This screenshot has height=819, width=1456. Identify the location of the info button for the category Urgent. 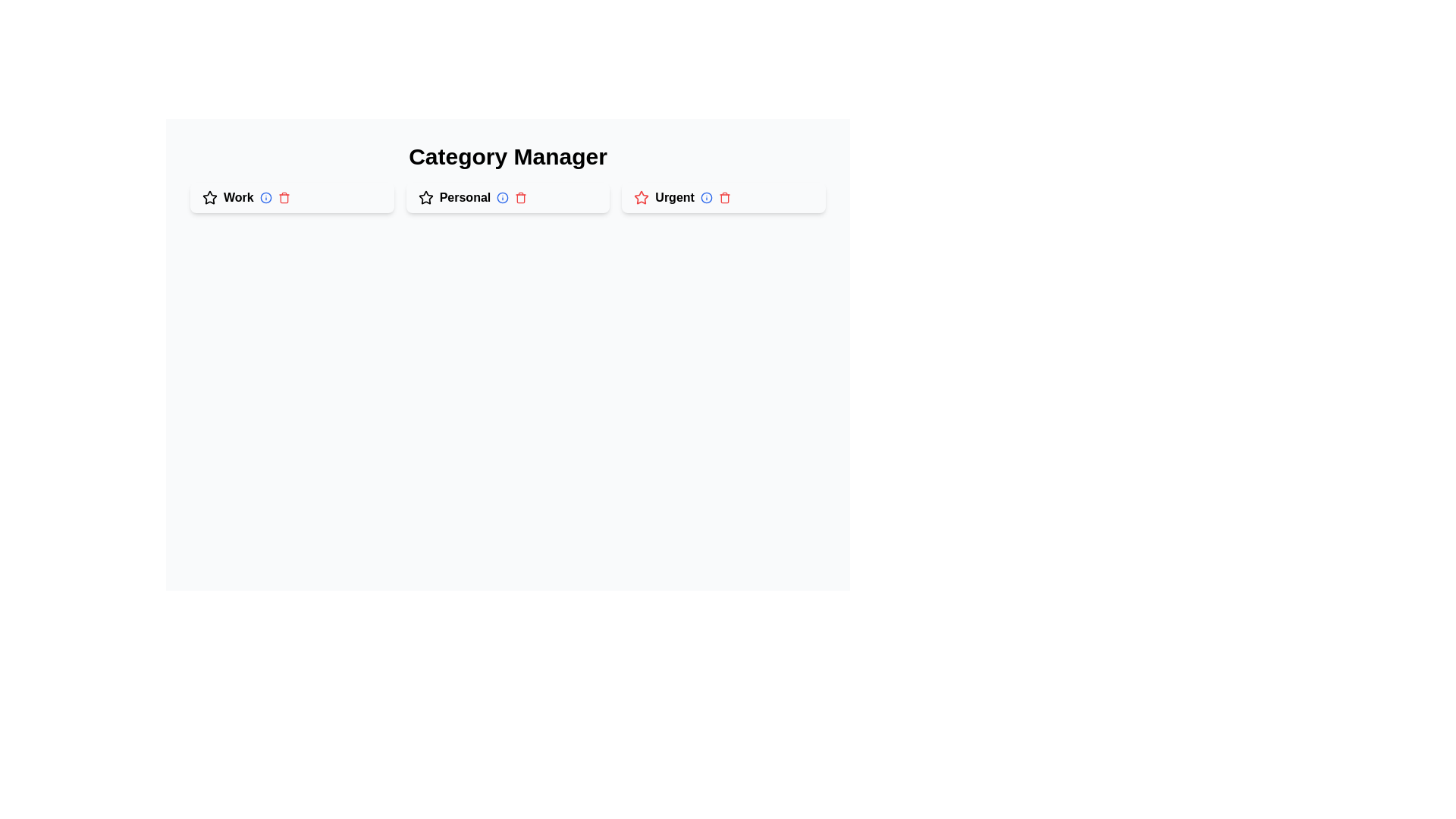
(705, 197).